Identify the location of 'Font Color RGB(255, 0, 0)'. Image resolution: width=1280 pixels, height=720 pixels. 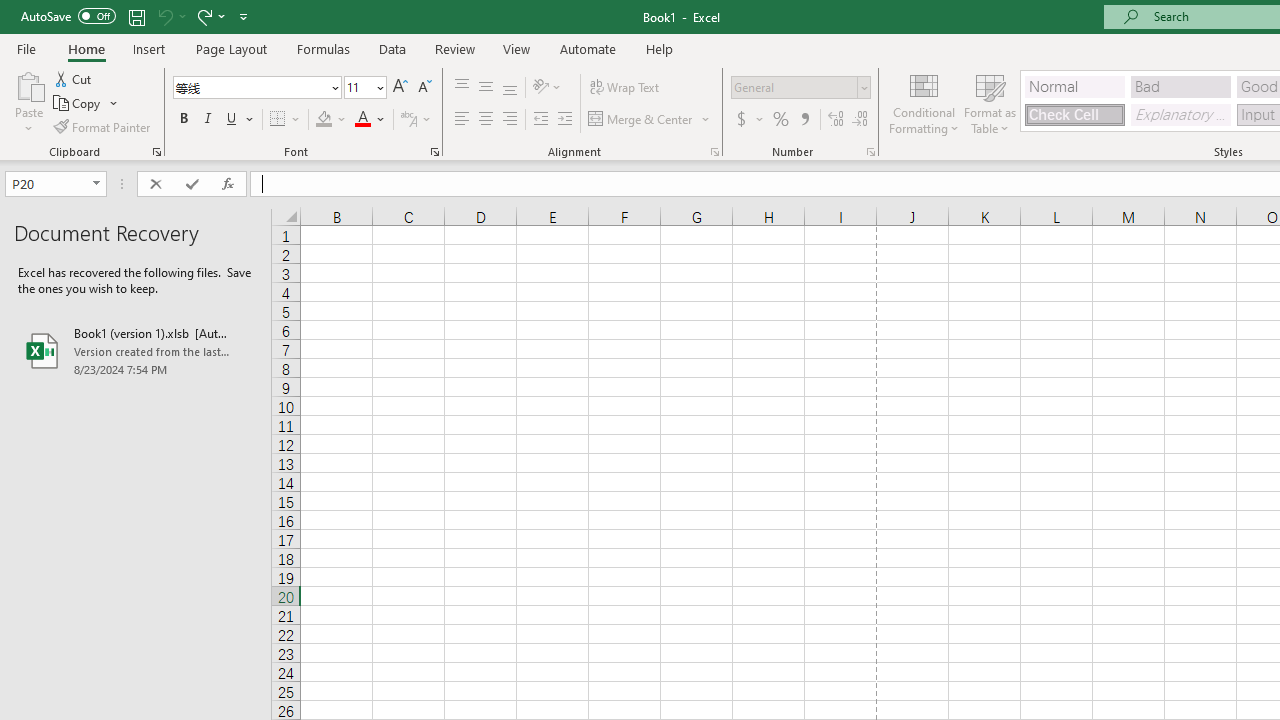
(362, 119).